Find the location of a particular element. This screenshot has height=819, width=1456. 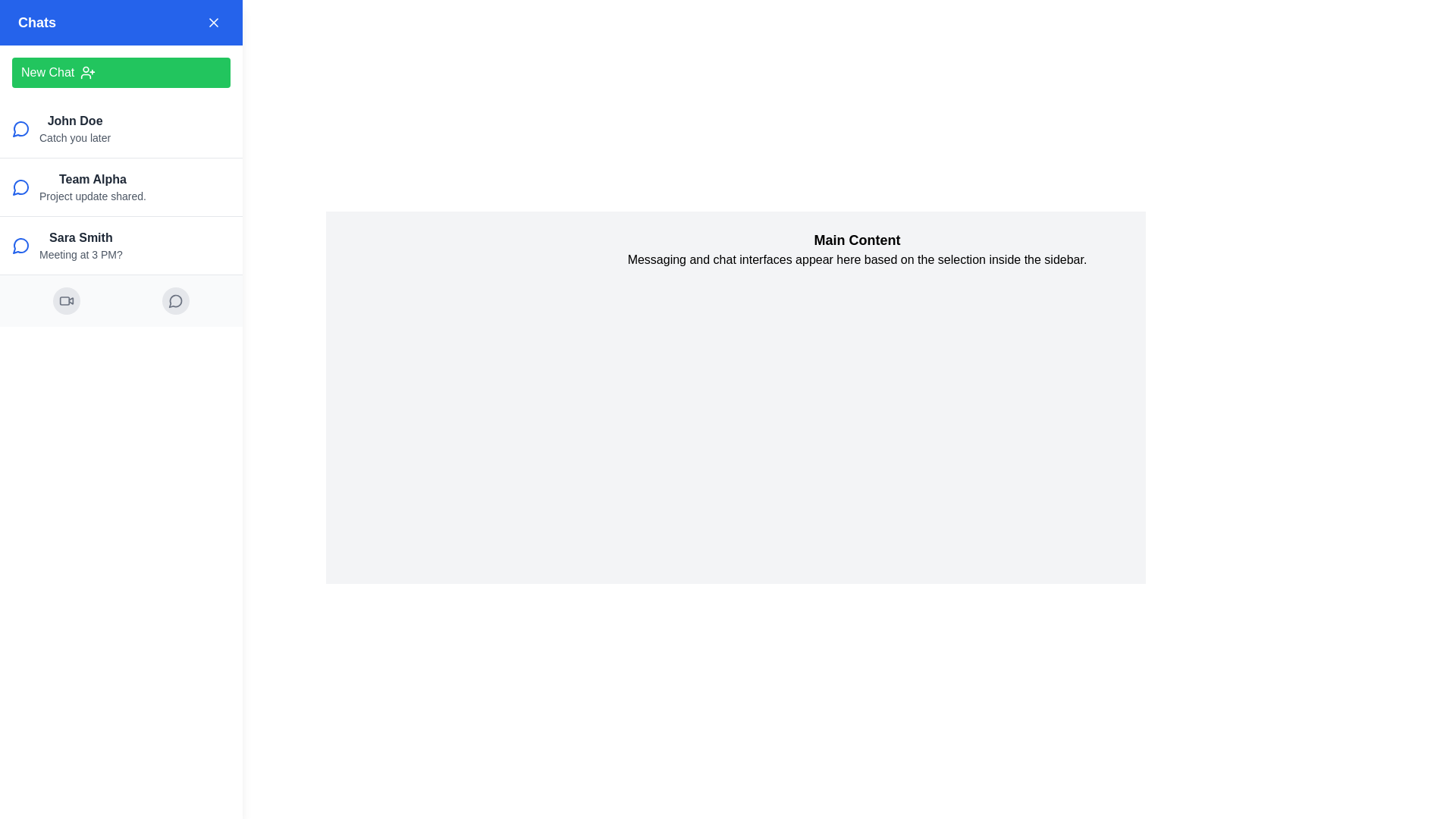

the circular blue outlined speech bubble icon in the sidebar chat area, located to the left of the 'John DoeCatch you later' text group is located at coordinates (21, 127).